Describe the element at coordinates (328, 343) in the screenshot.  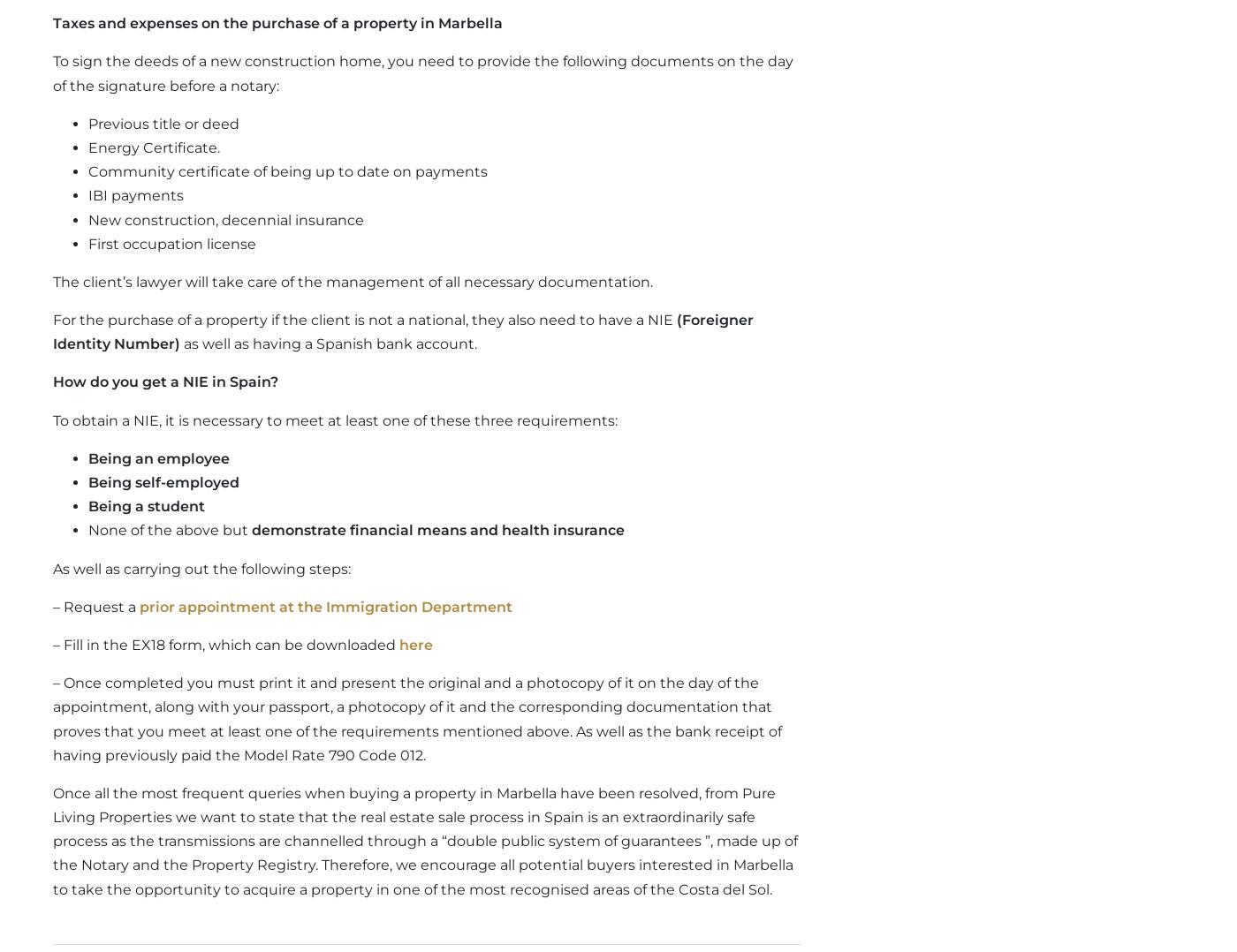
I see `'as well as having a Spanish bank account.'` at that location.